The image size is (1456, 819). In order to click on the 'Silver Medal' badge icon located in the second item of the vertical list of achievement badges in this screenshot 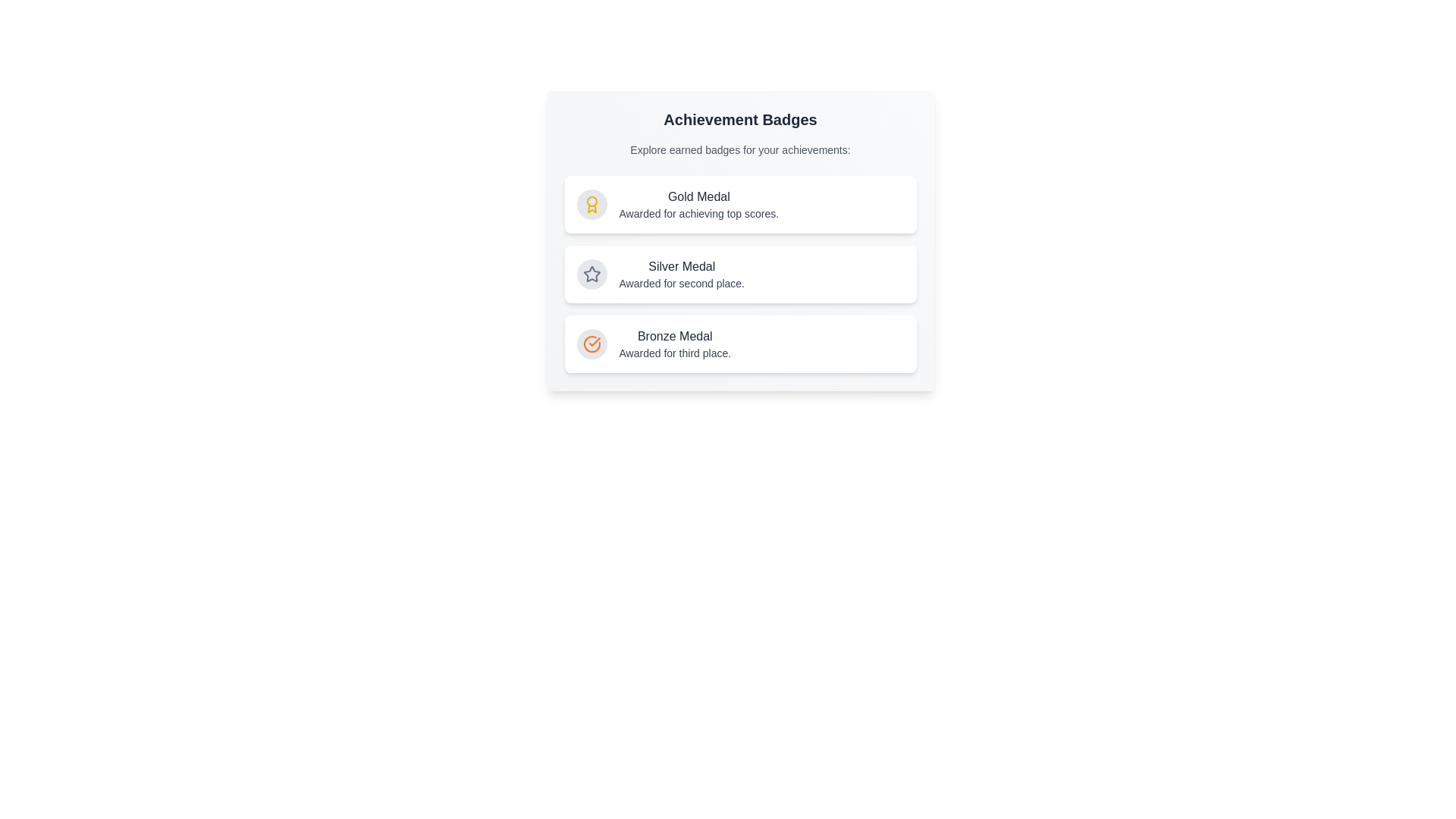, I will do `click(591, 274)`.